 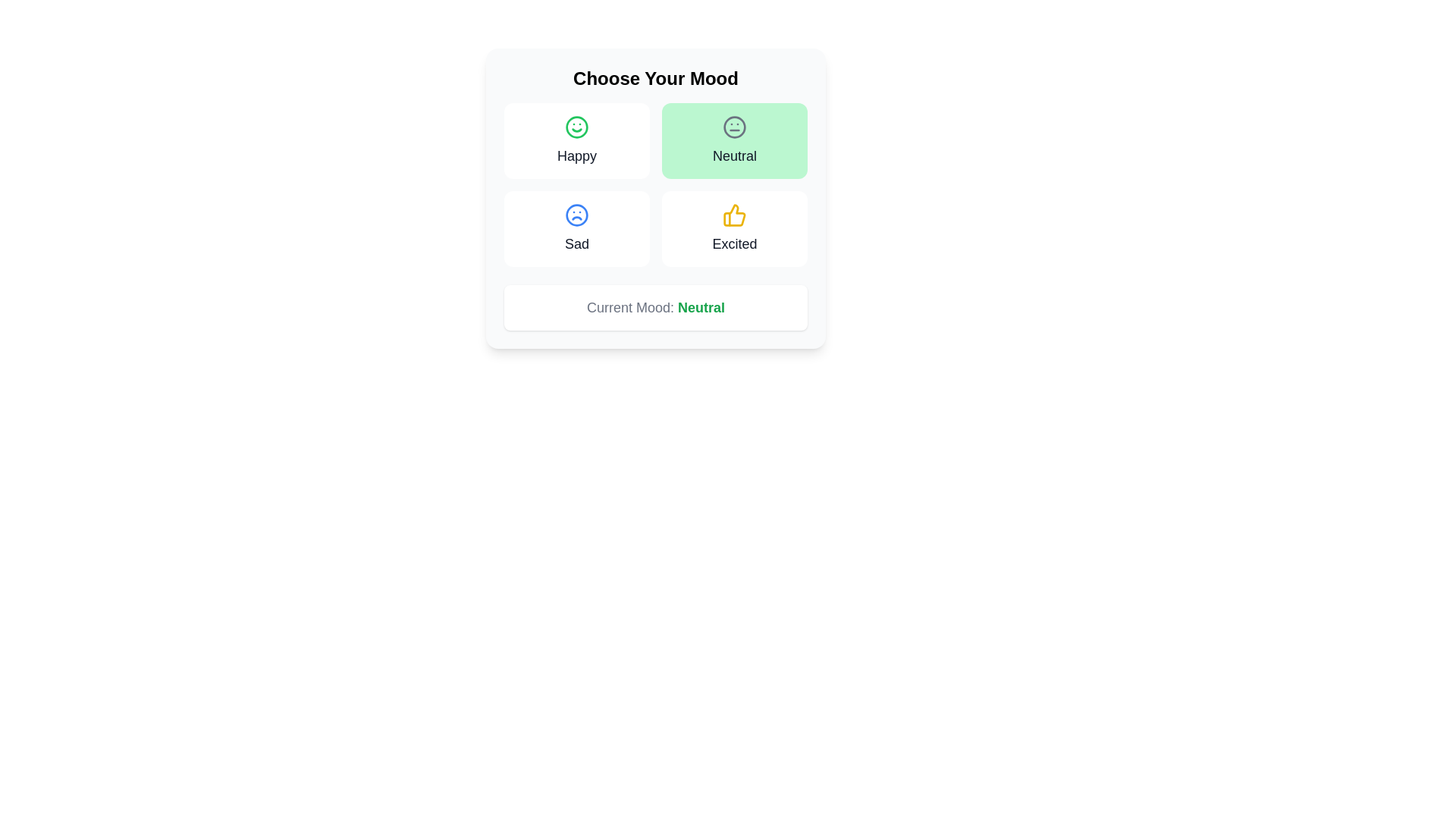 I want to click on the outermost circular outline of the sad emoji, which is a blue circular outline located in the second row, first column of the 'Choose Your Mood' UI section, so click(x=576, y=215).